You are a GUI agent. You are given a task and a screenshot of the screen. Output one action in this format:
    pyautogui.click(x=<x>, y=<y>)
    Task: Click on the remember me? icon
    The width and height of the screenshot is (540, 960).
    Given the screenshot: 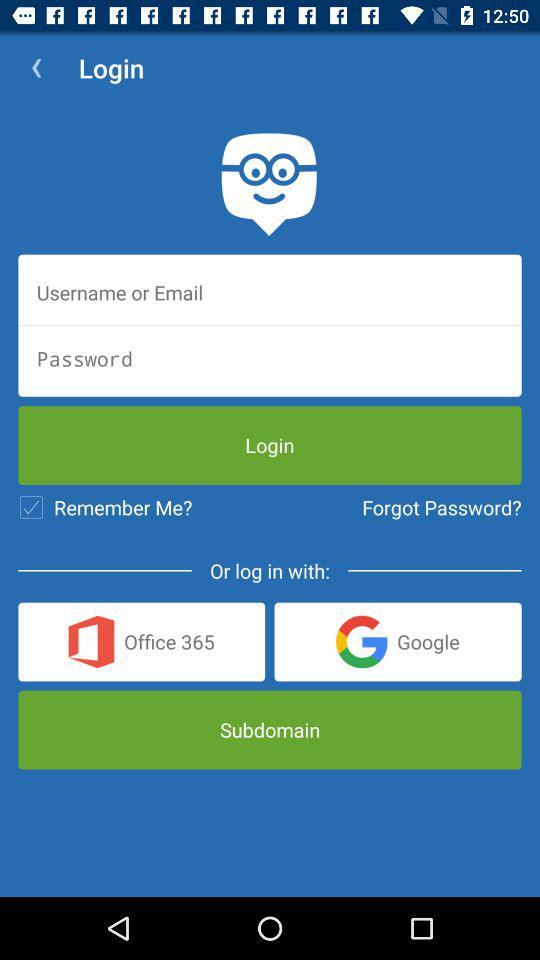 What is the action you would take?
    pyautogui.click(x=105, y=506)
    